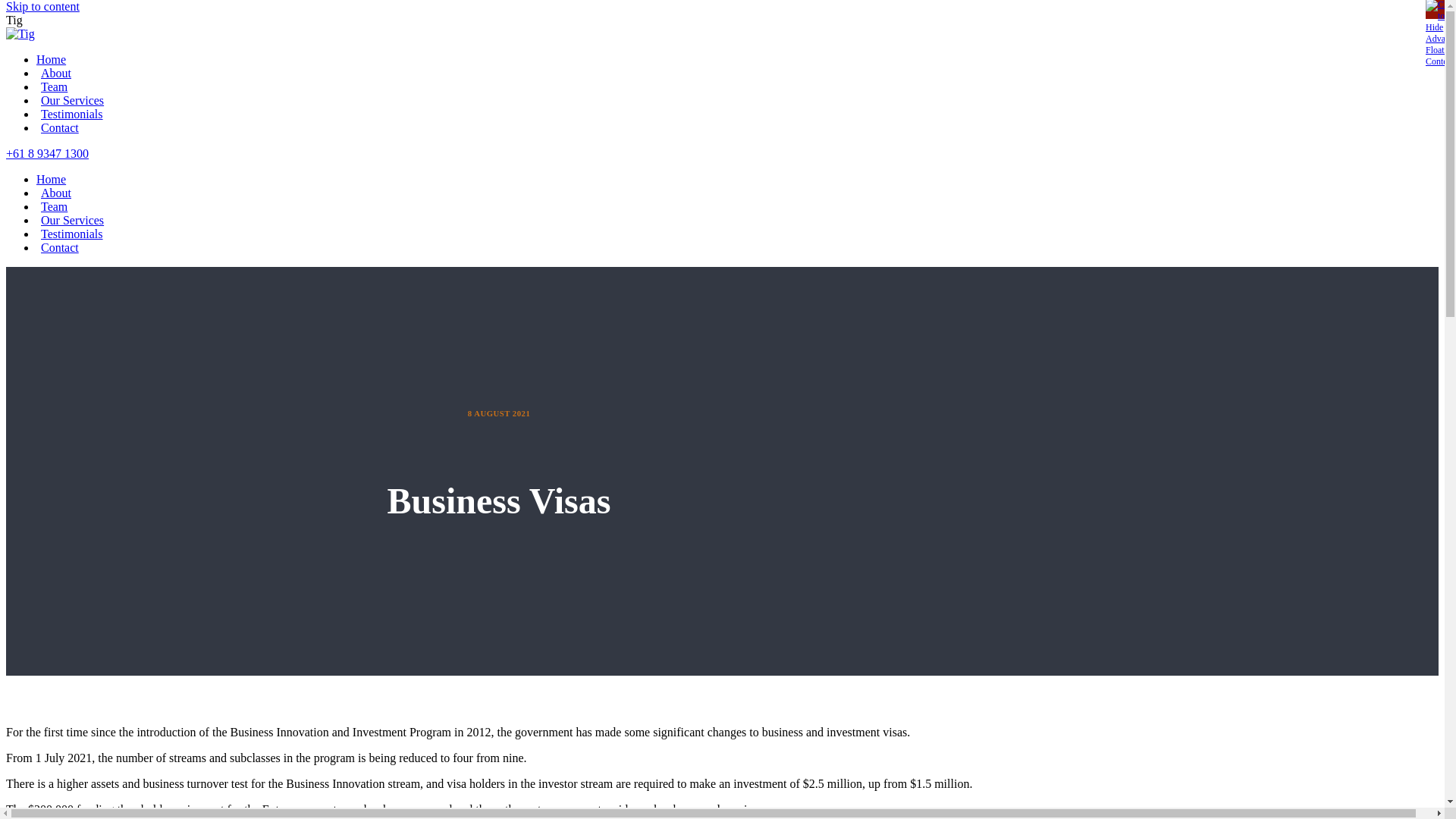  I want to click on 'Testimonials', so click(68, 113).